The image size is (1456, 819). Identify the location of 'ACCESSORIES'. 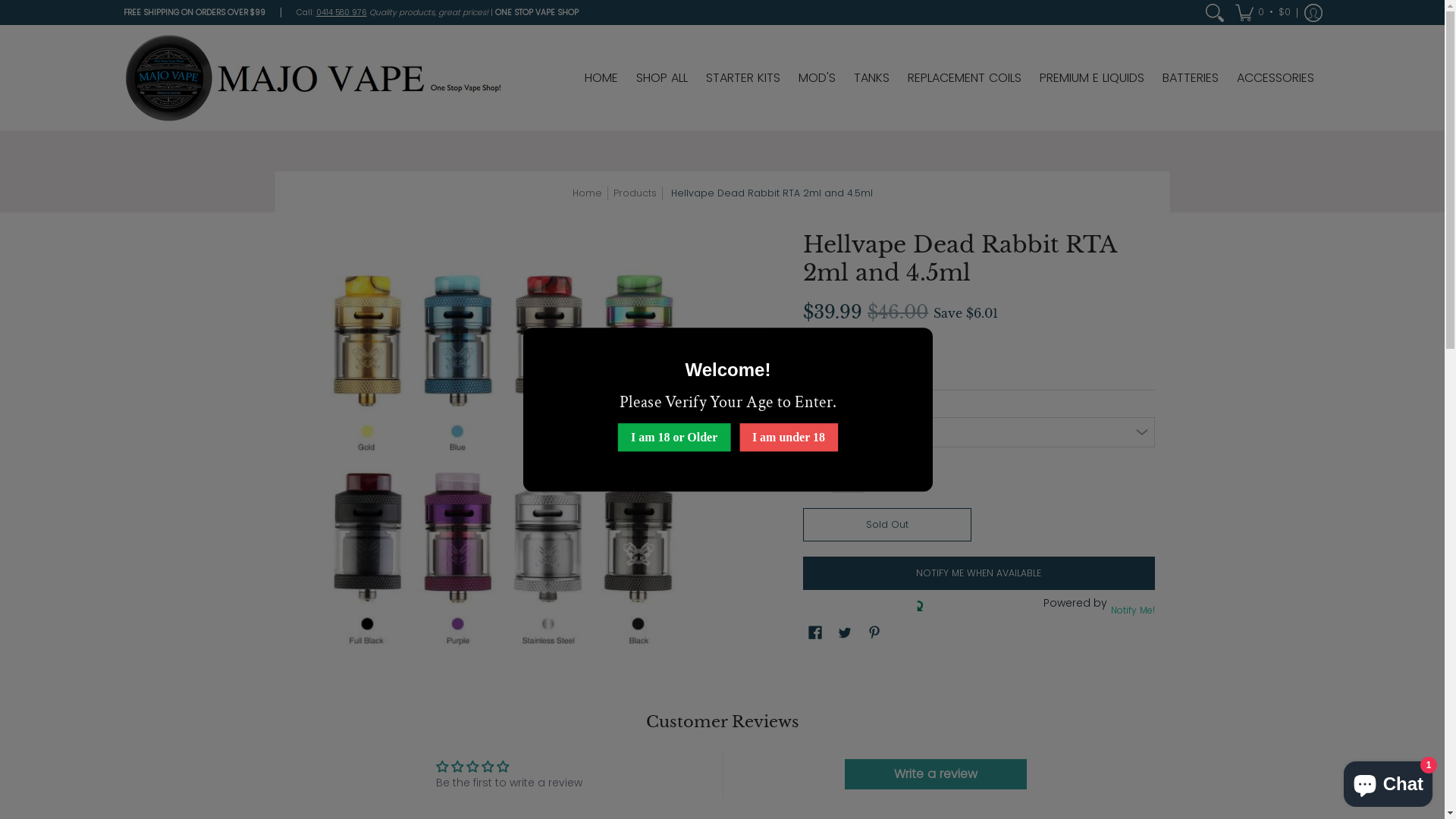
(1274, 77).